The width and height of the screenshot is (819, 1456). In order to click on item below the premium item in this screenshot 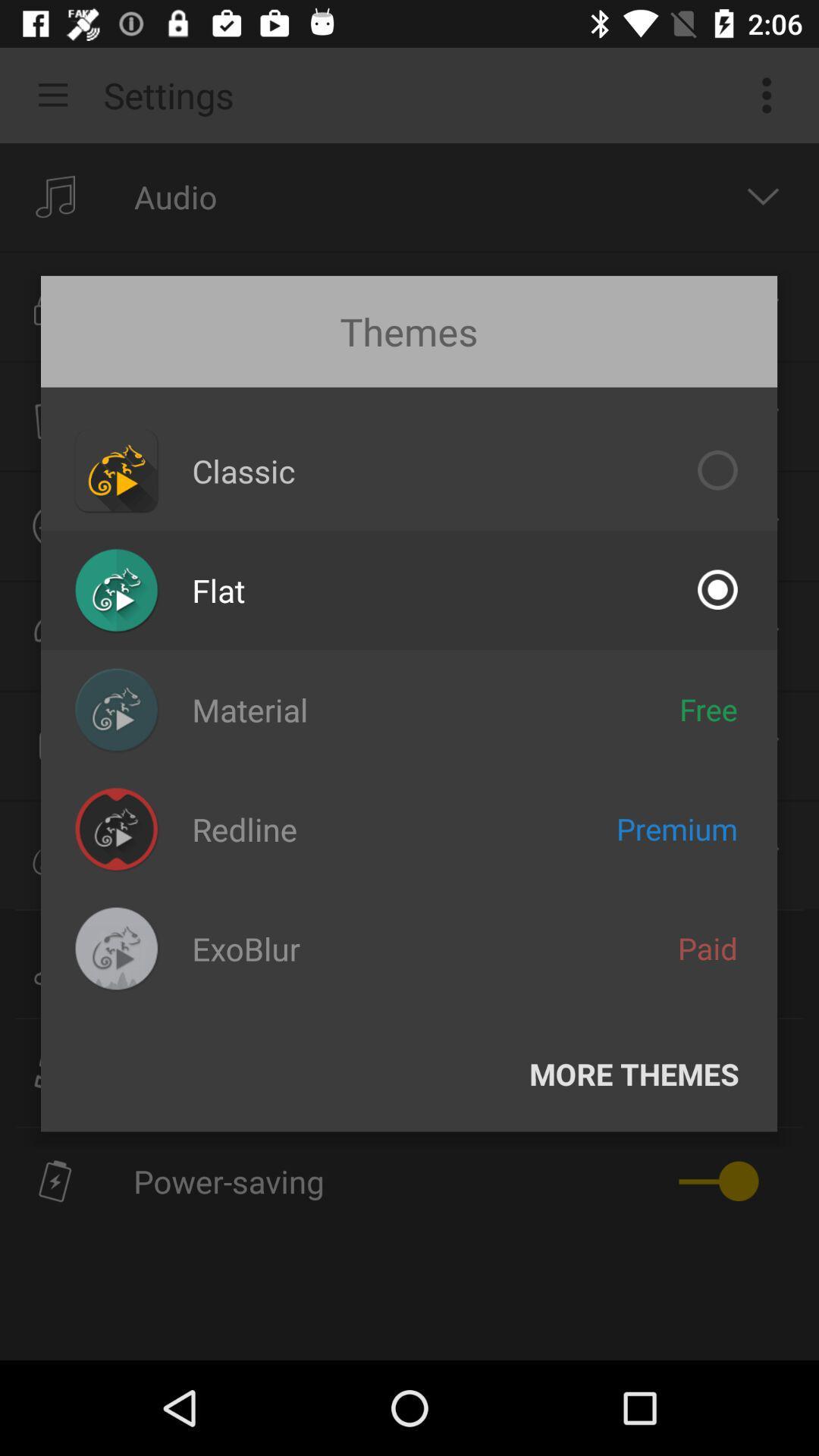, I will do `click(708, 947)`.